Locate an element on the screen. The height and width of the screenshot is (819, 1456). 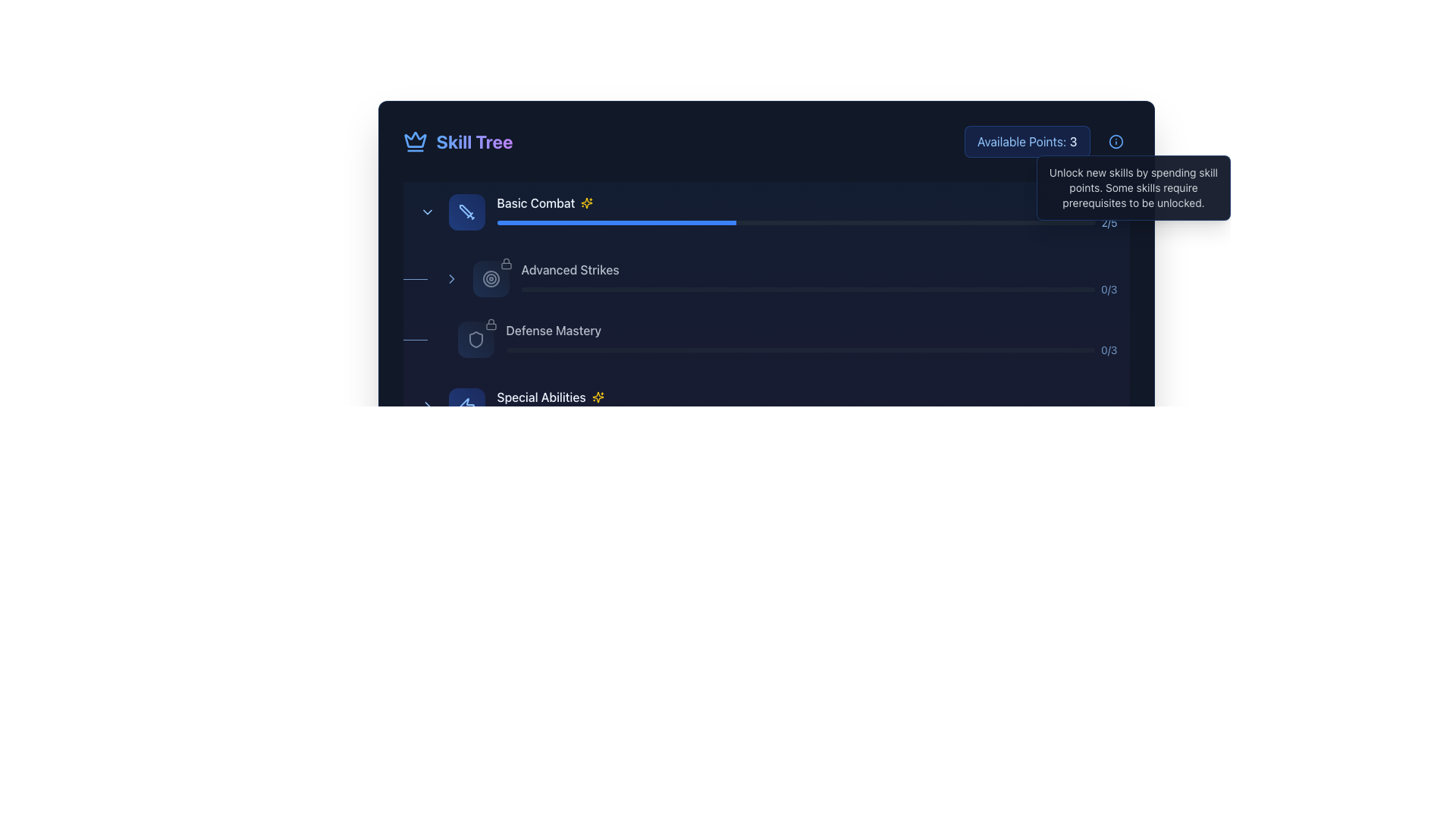
the 'Skill Tree' label, which is a prominently displayed text with a gradient color scheme transitioning from blue to purple, located at the top of the interface, next to a crown icon is located at coordinates (474, 141).